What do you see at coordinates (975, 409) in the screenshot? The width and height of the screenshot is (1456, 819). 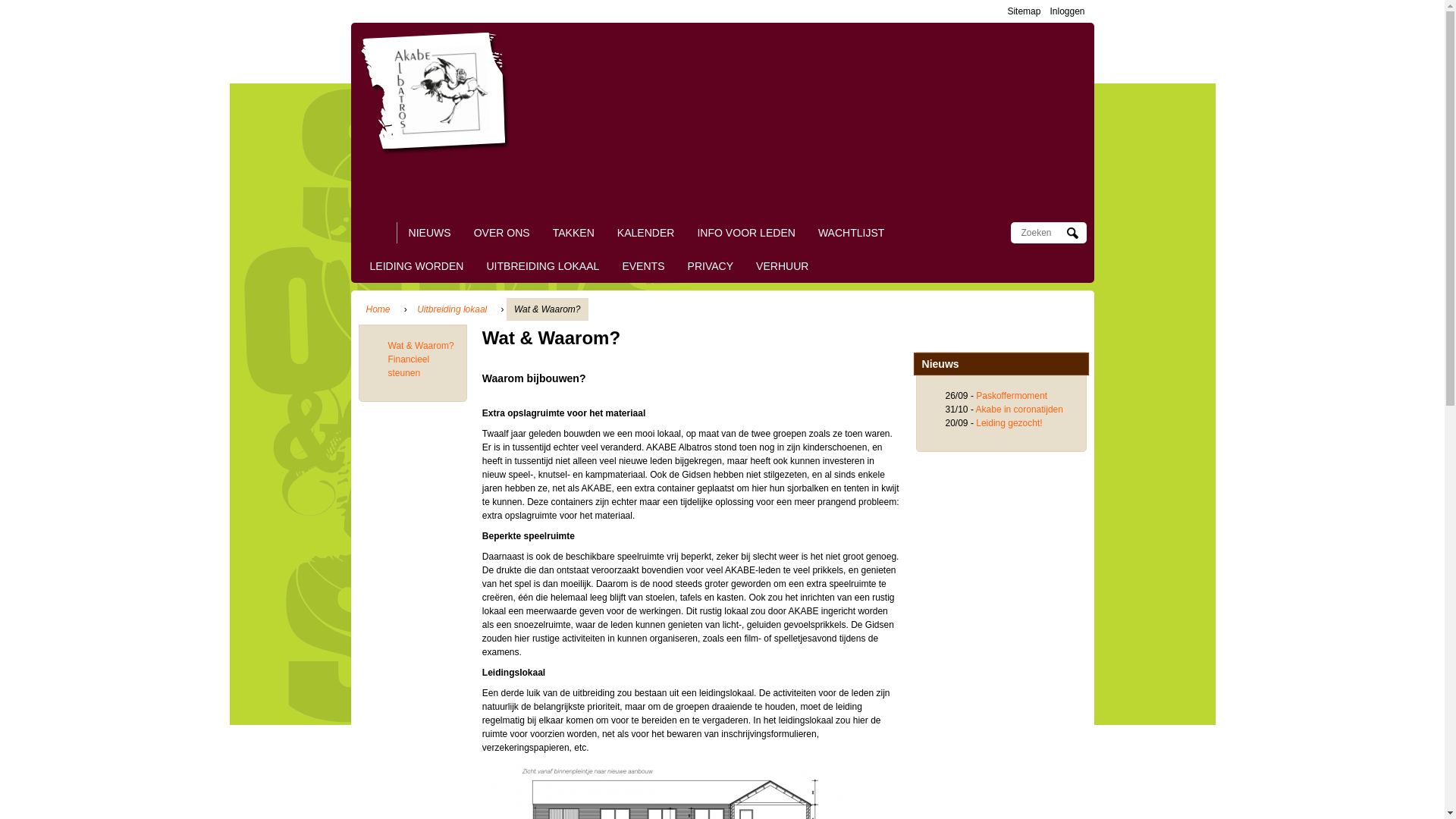 I see `'Akabe in coronatijden'` at bounding box center [975, 409].